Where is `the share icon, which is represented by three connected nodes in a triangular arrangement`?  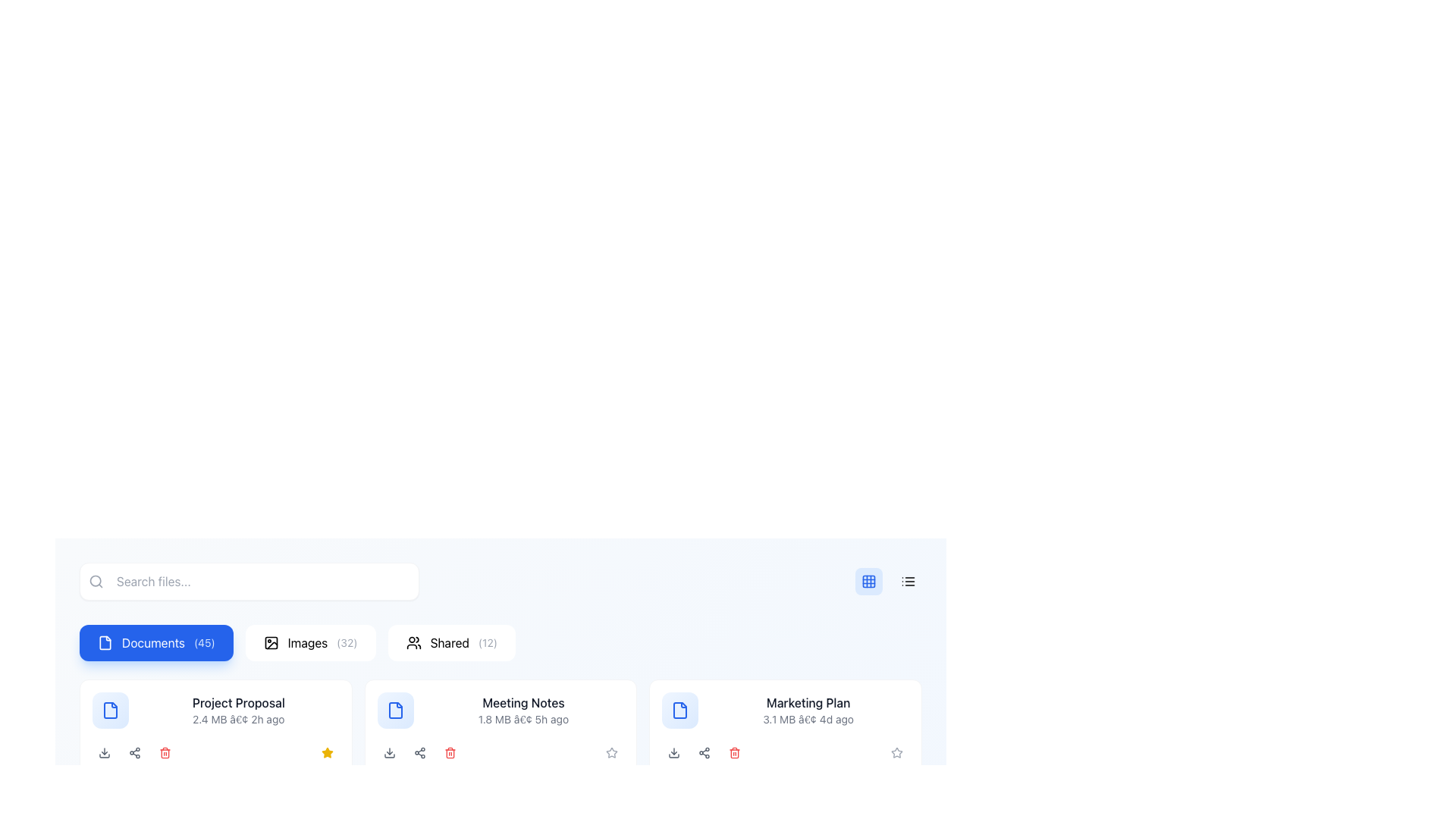 the share icon, which is represented by three connected nodes in a triangular arrangement is located at coordinates (419, 752).